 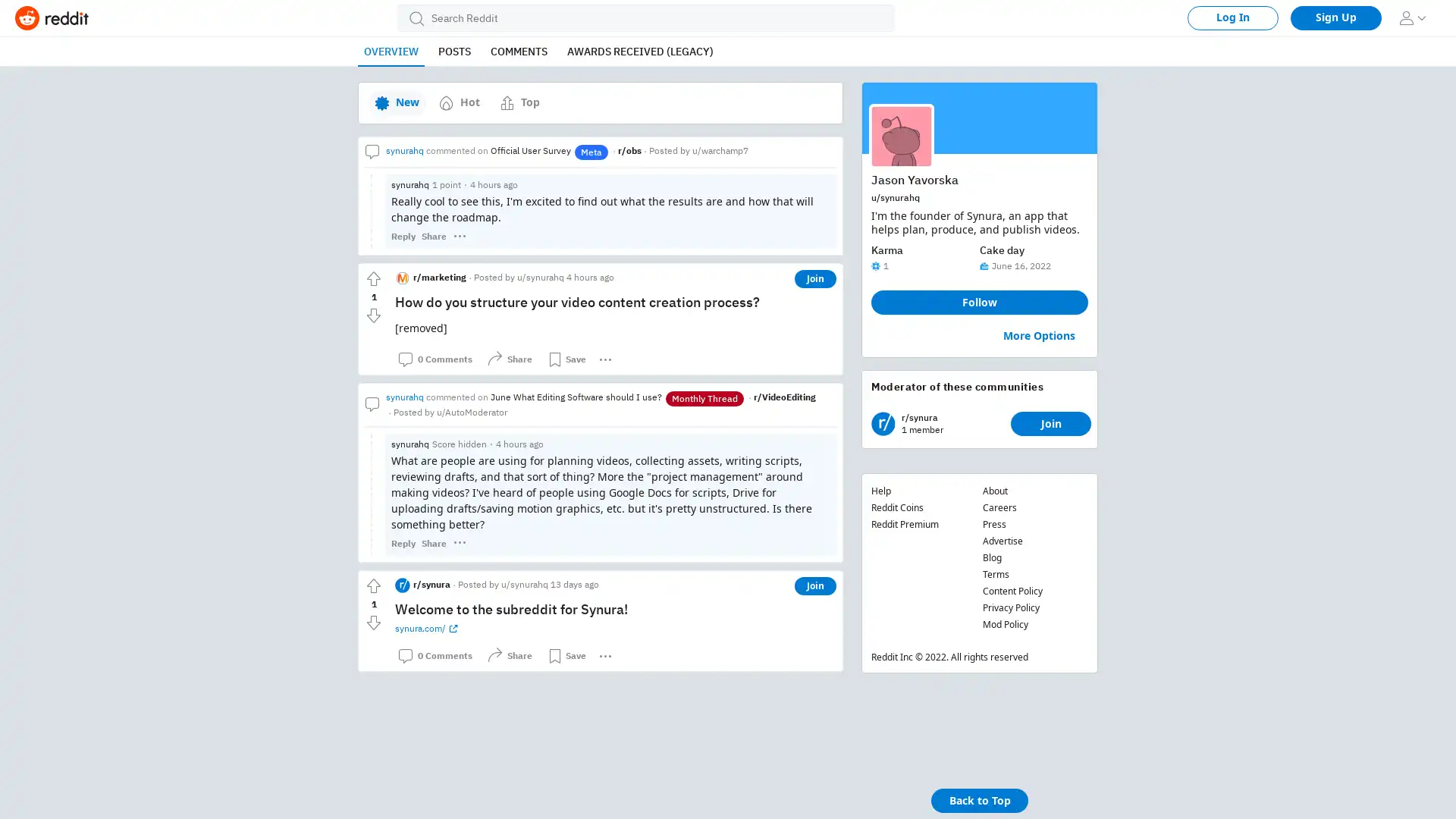 What do you see at coordinates (1335, 17) in the screenshot?
I see `Sign Up` at bounding box center [1335, 17].